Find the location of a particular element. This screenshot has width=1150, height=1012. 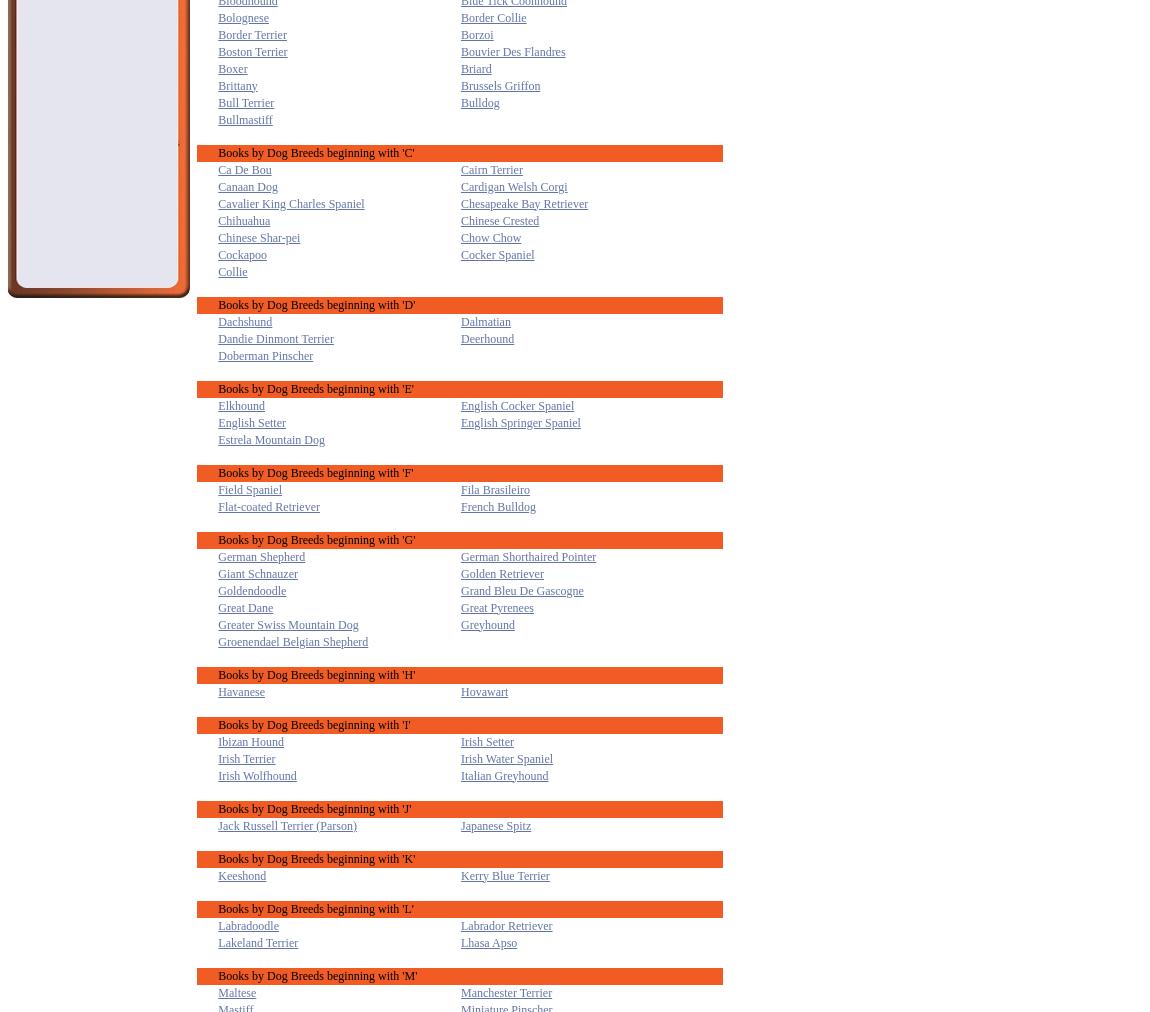

'French Bulldog' is located at coordinates (497, 506).